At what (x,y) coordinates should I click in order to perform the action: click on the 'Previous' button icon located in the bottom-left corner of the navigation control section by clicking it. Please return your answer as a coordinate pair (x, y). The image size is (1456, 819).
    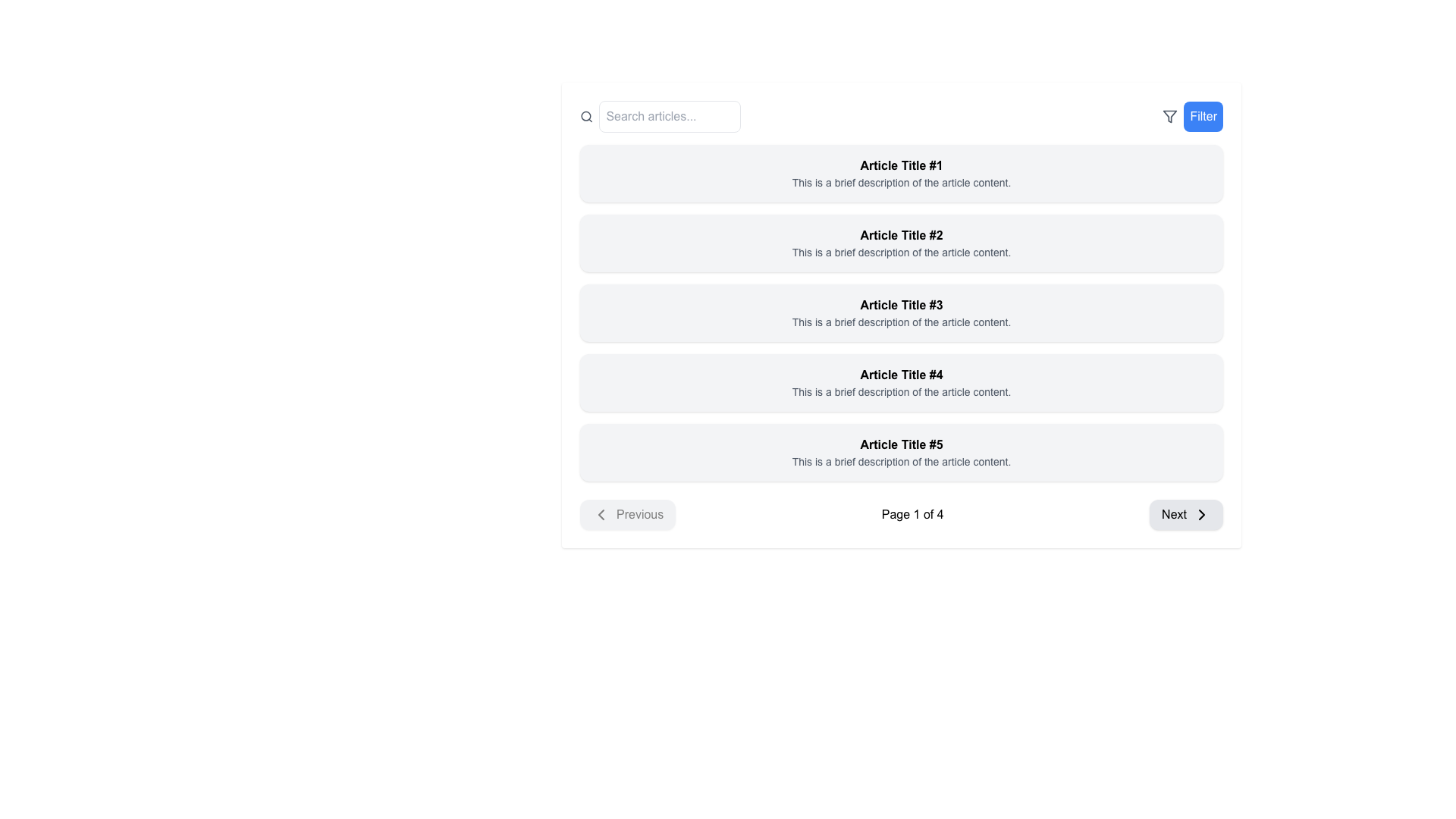
    Looking at the image, I should click on (600, 513).